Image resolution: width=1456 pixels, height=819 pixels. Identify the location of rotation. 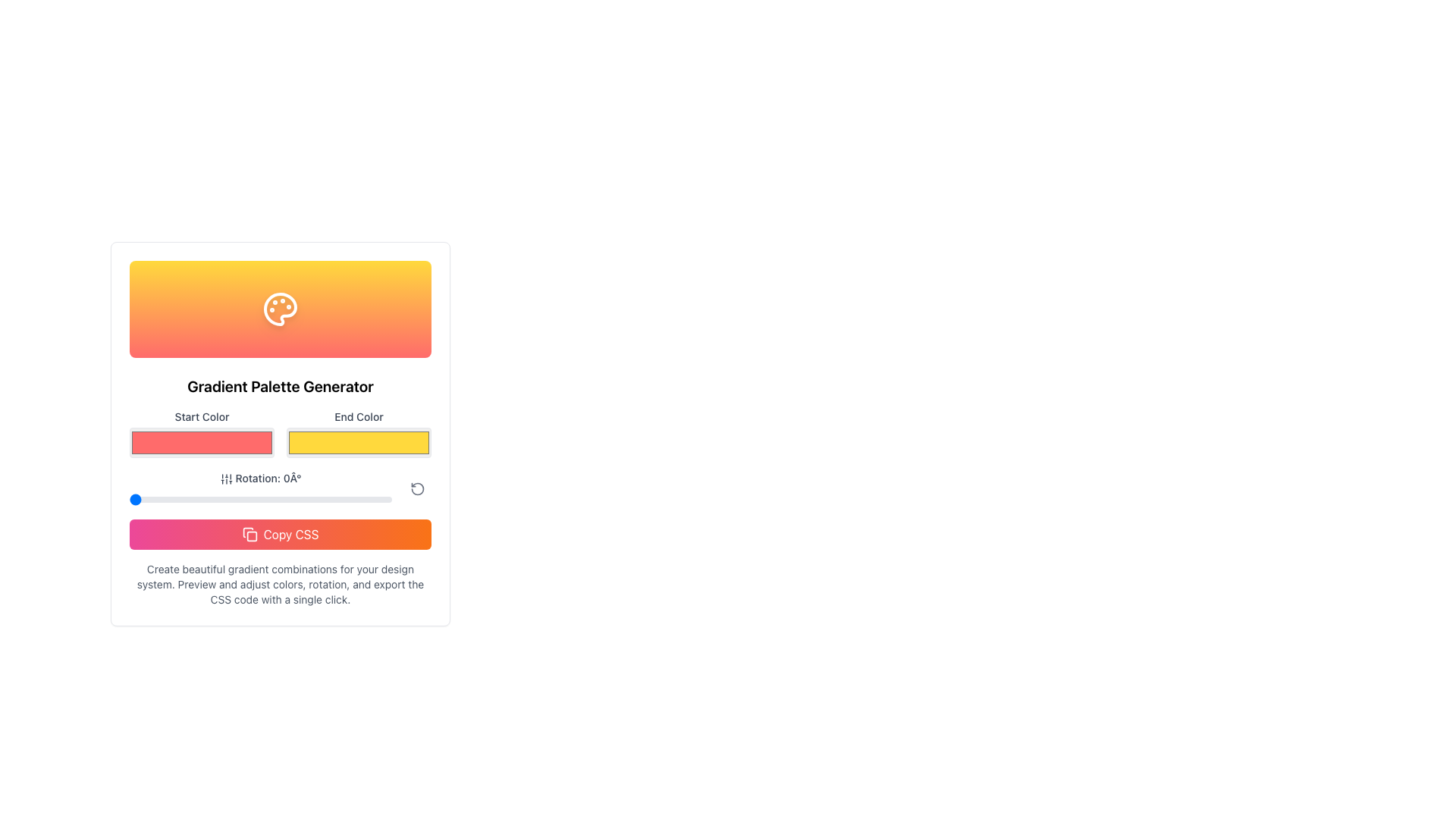
(140, 500).